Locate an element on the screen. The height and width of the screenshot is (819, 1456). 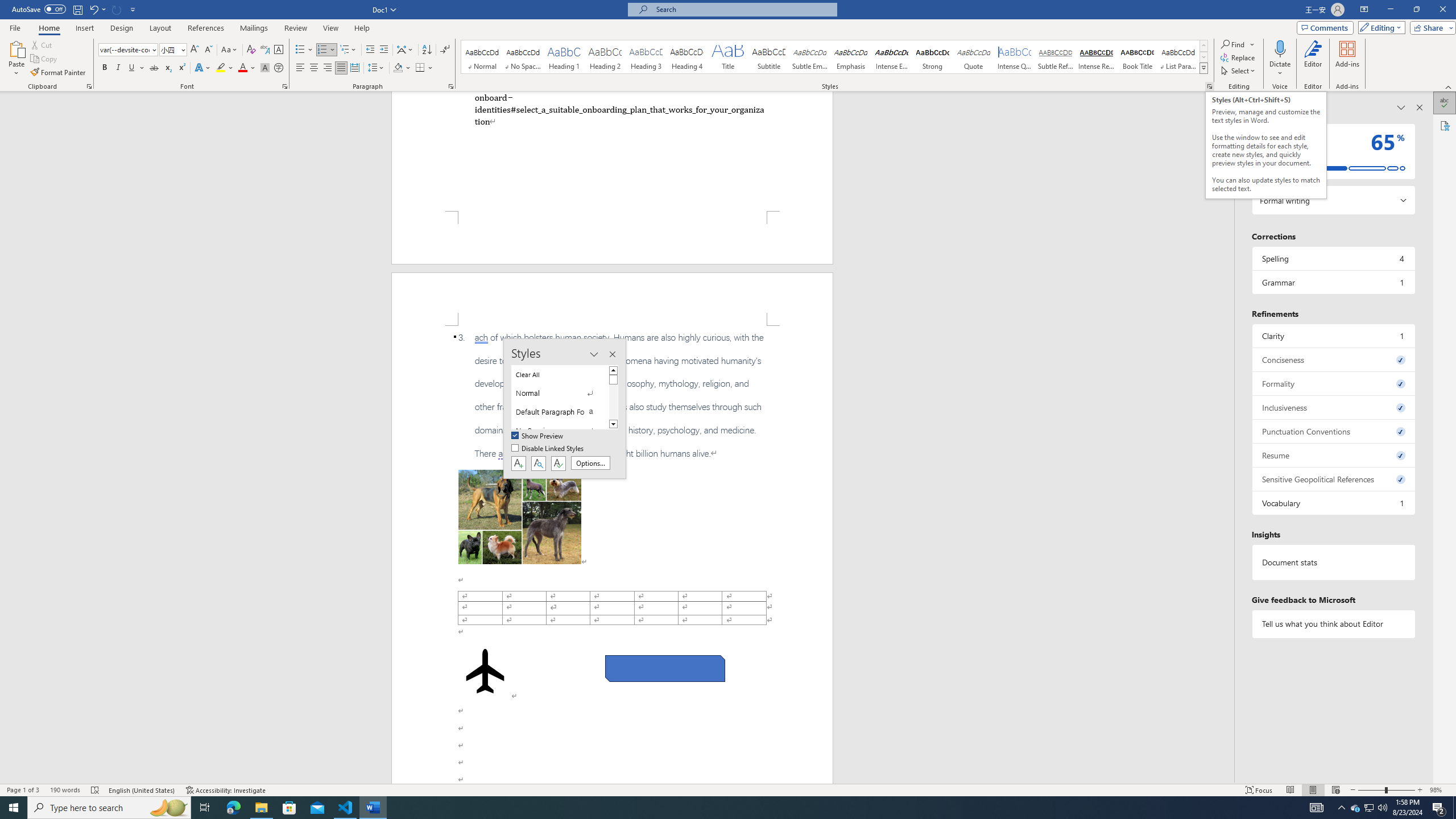
'Text Highlight Color Yellow' is located at coordinates (220, 67).